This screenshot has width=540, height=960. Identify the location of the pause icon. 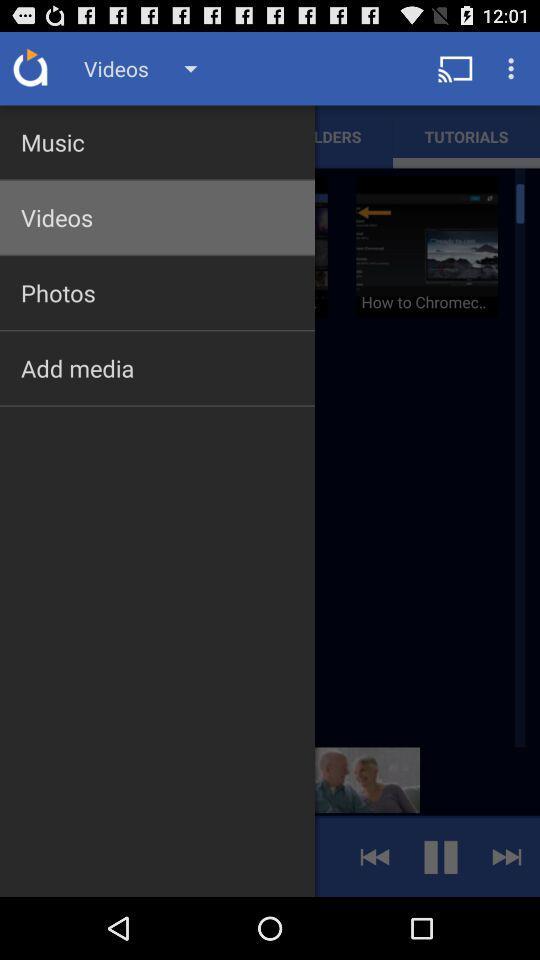
(441, 917).